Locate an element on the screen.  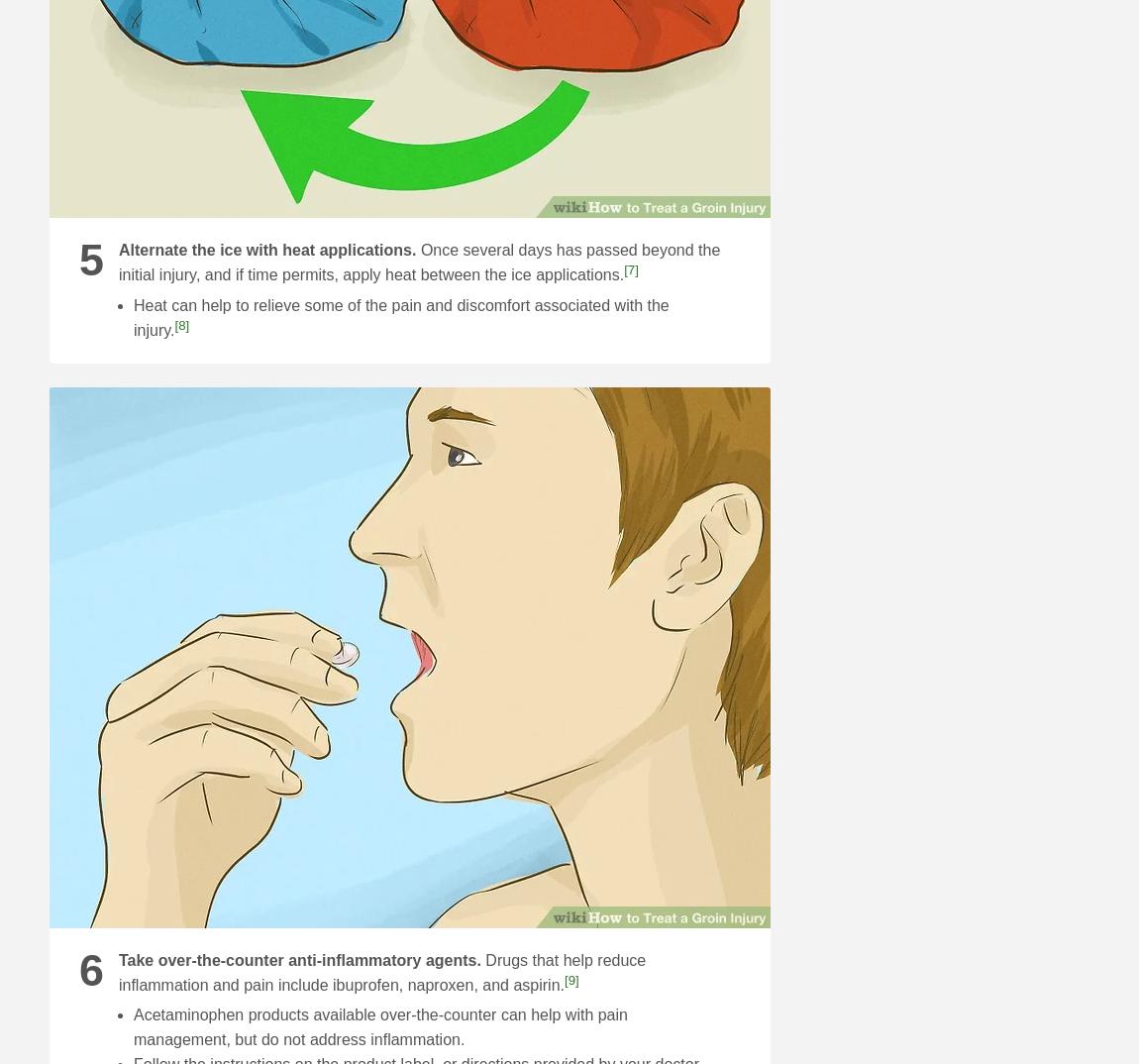
'Take over-the-counter anti-inflammatory agents.' is located at coordinates (298, 958).